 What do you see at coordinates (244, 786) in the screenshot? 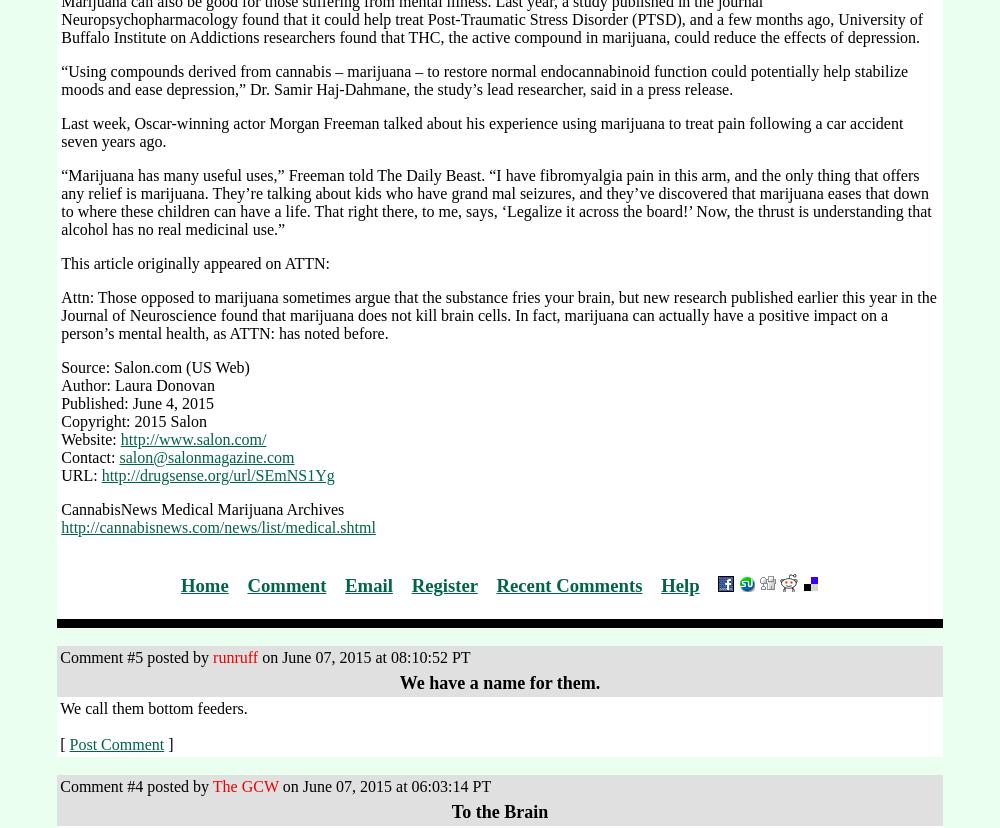
I see `'The GCW'` at bounding box center [244, 786].